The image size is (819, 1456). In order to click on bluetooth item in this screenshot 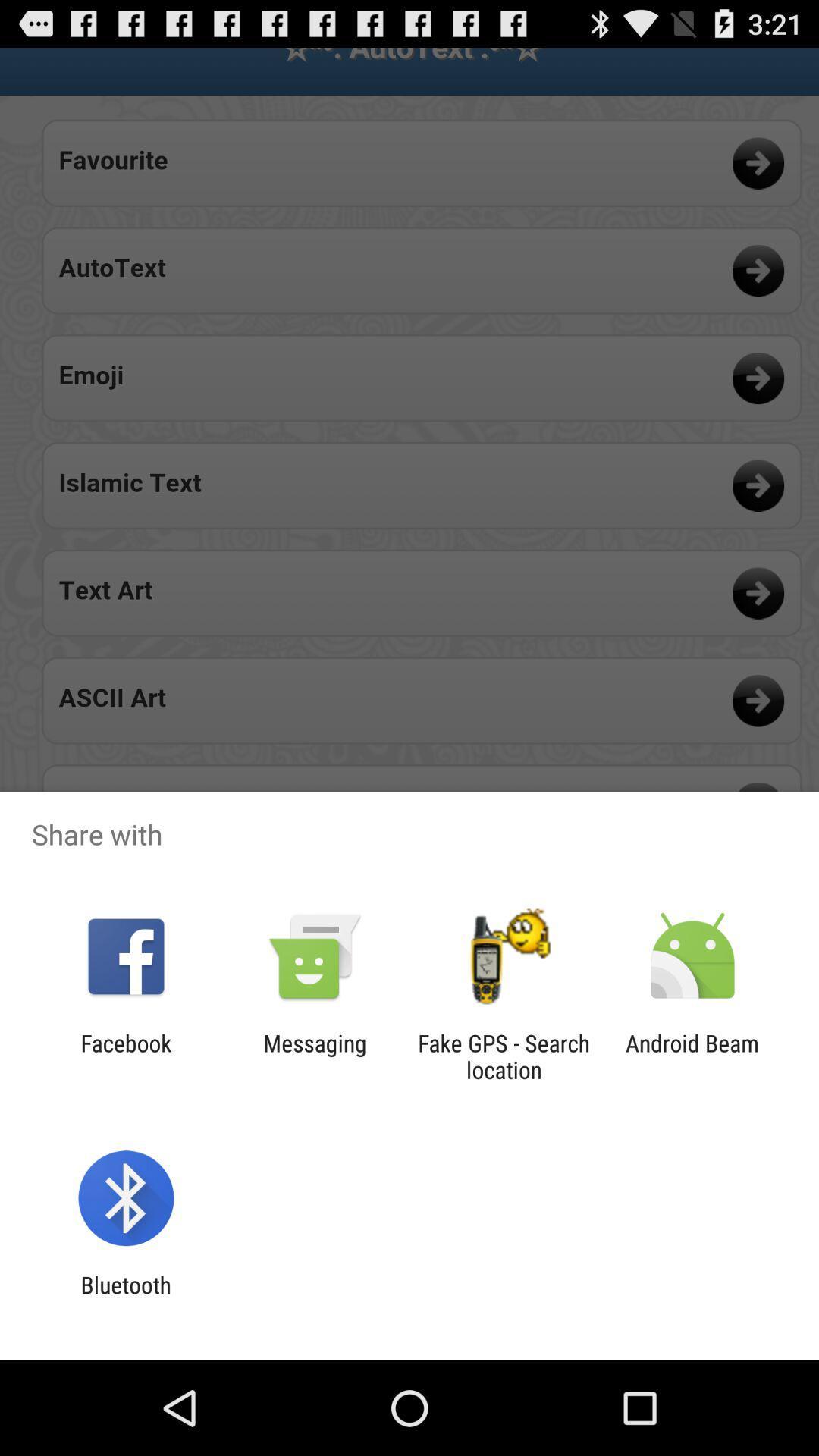, I will do `click(125, 1298)`.